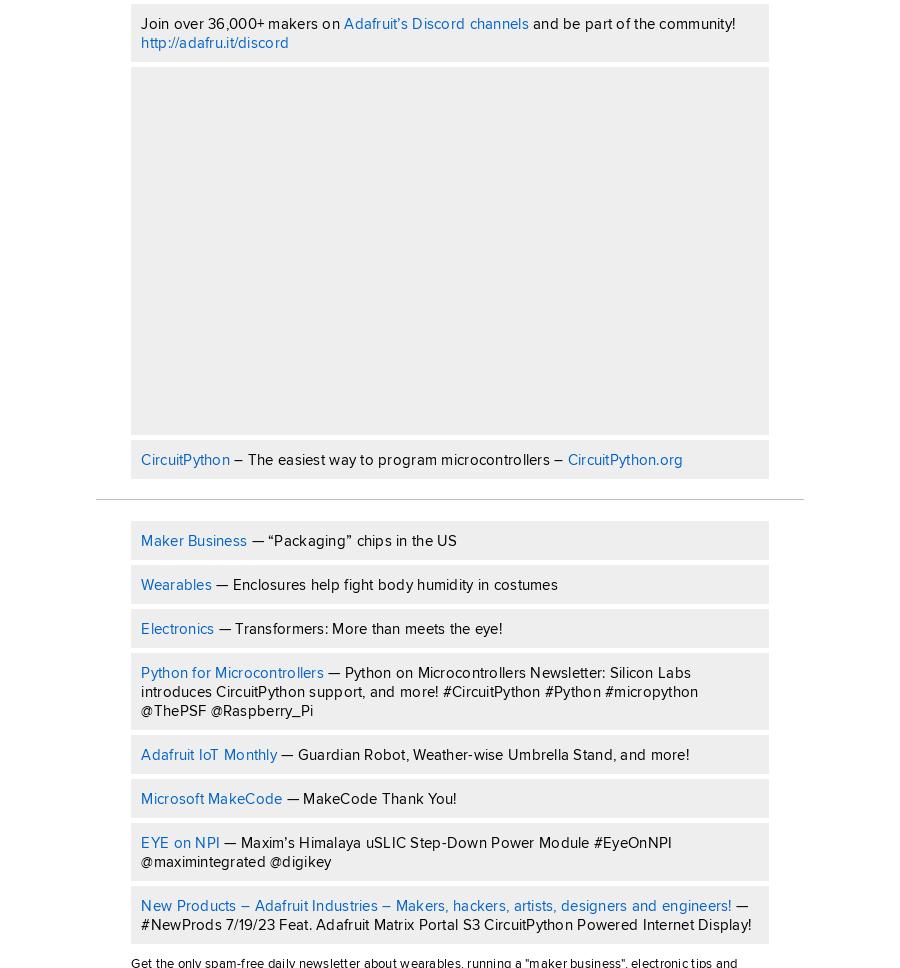 The width and height of the screenshot is (900, 968). Describe the element at coordinates (631, 23) in the screenshot. I see `'and be part of the community!'` at that location.